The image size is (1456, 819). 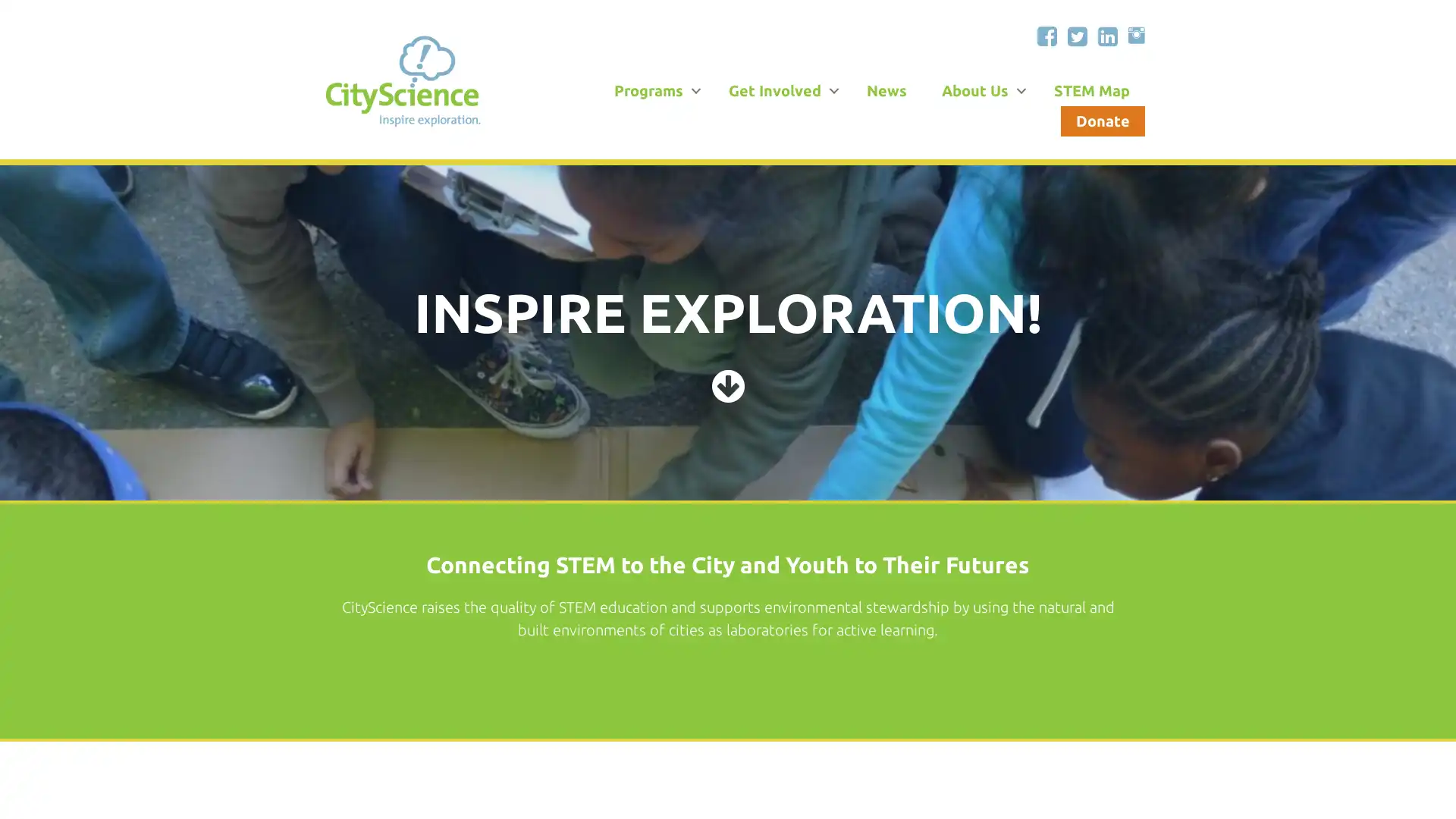 I want to click on Learn With Us, so click(x=644, y=672).